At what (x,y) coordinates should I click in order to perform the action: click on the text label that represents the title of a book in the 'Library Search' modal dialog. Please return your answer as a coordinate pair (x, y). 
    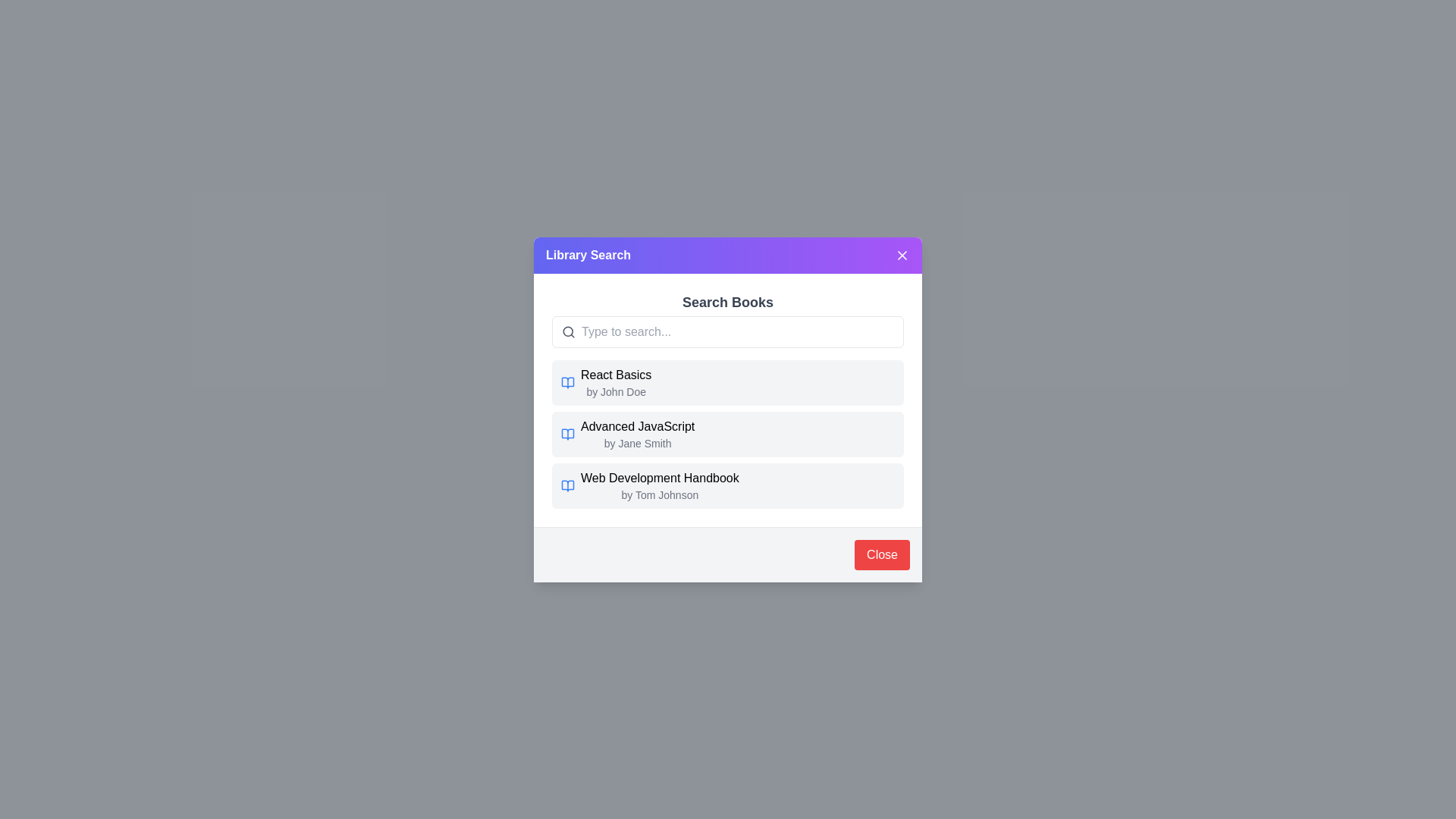
    Looking at the image, I should click on (638, 426).